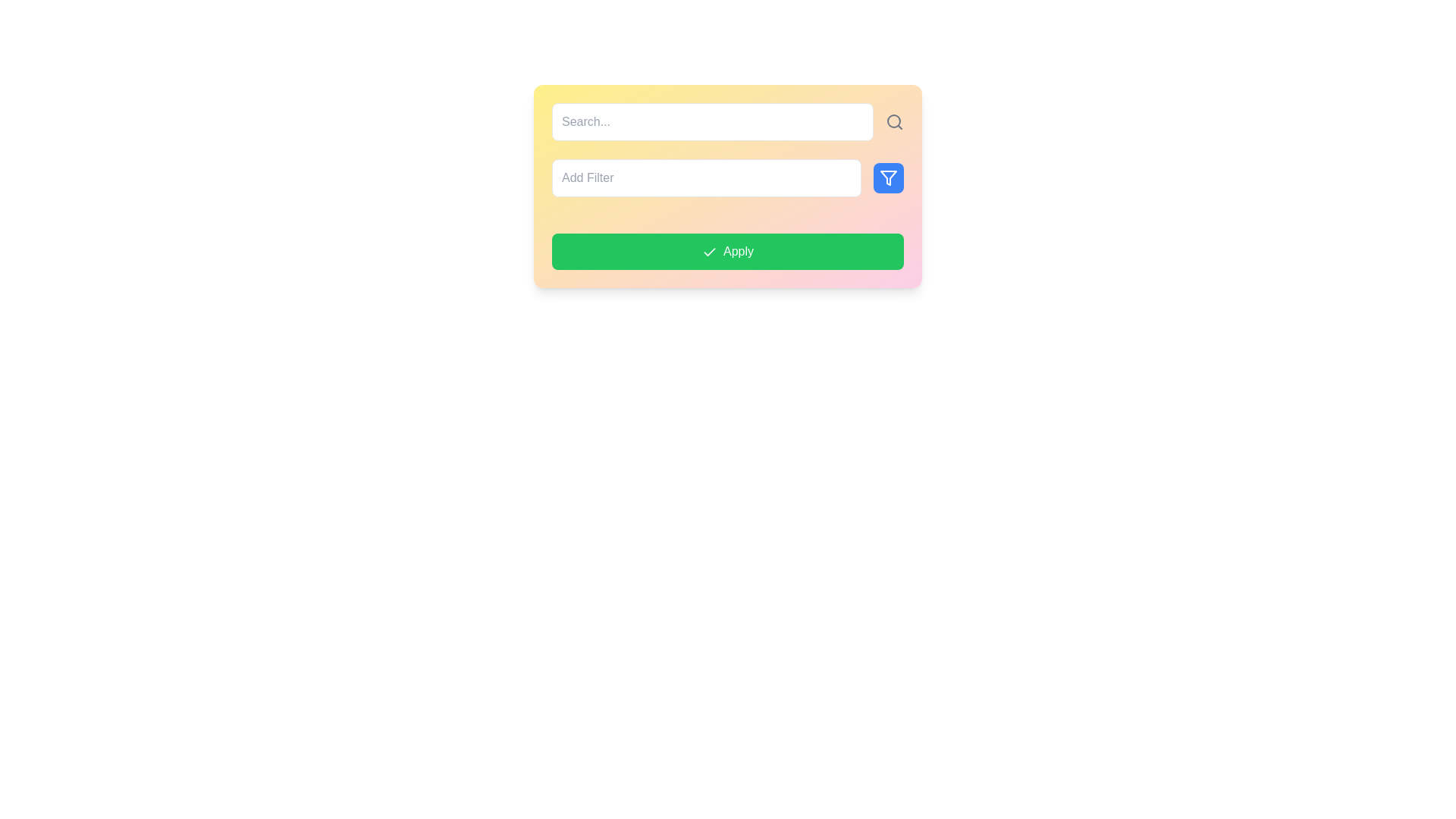  I want to click on the filter icon button, which is a funnel shape with a blue background and white outline, so click(888, 177).